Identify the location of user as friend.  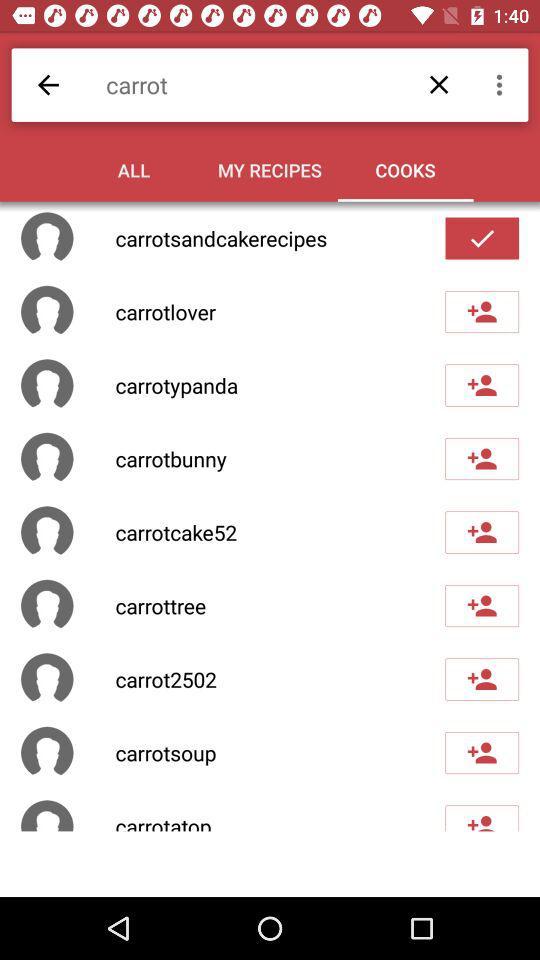
(481, 458).